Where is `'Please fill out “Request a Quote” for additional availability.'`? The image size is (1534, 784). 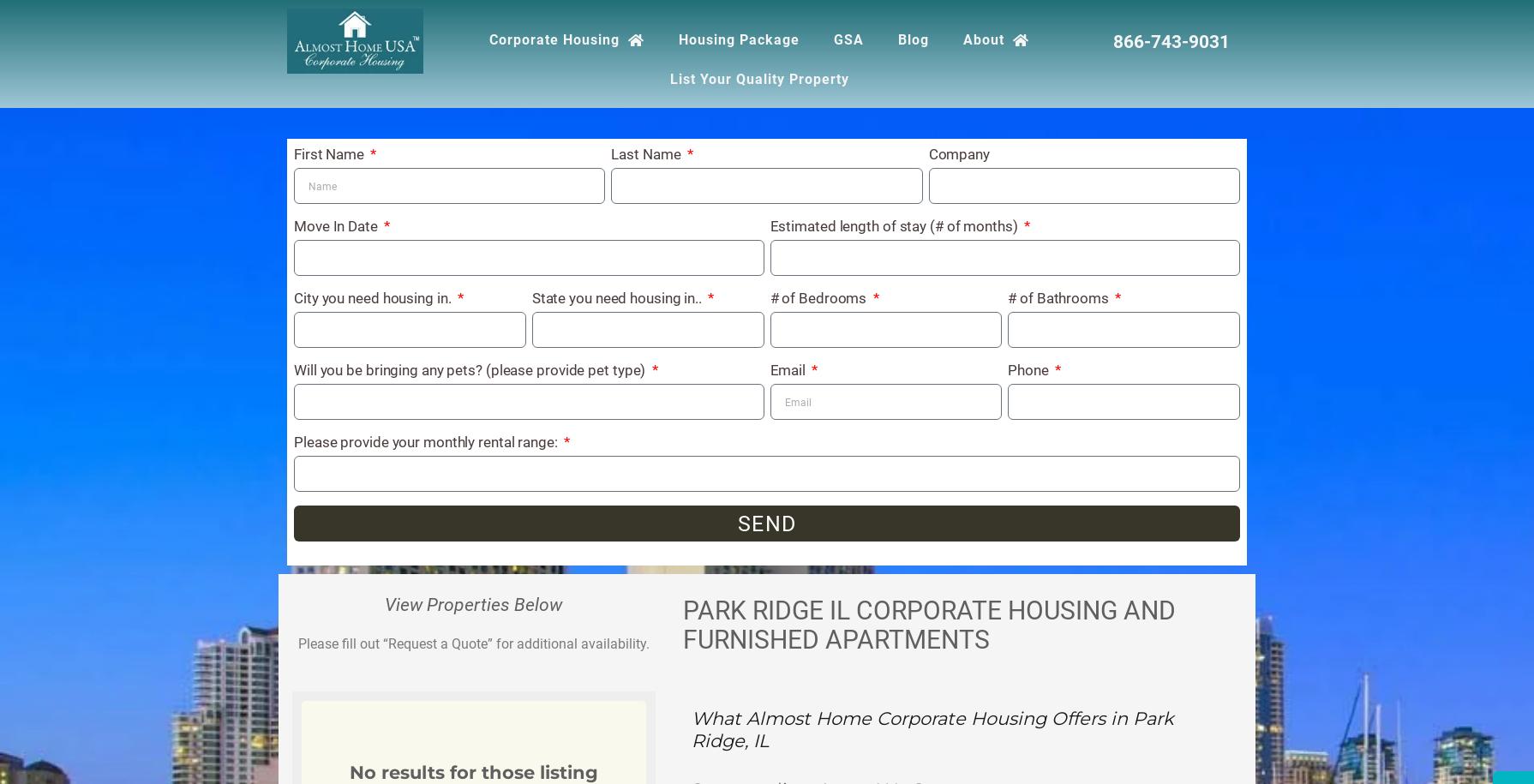
'Please fill out “Request a Quote” for additional availability.' is located at coordinates (472, 643).